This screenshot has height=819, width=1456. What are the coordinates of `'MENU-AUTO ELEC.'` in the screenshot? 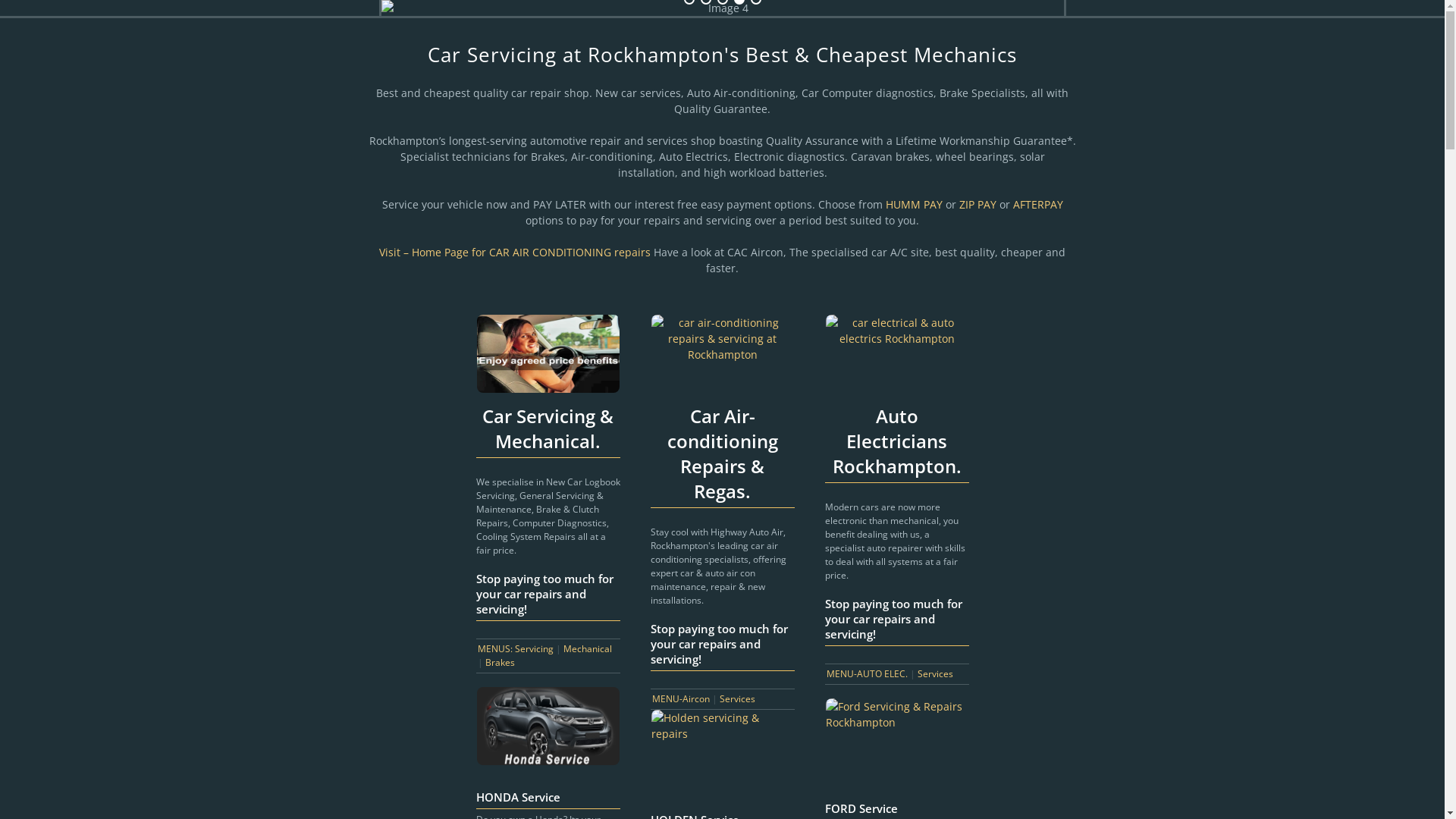 It's located at (867, 673).